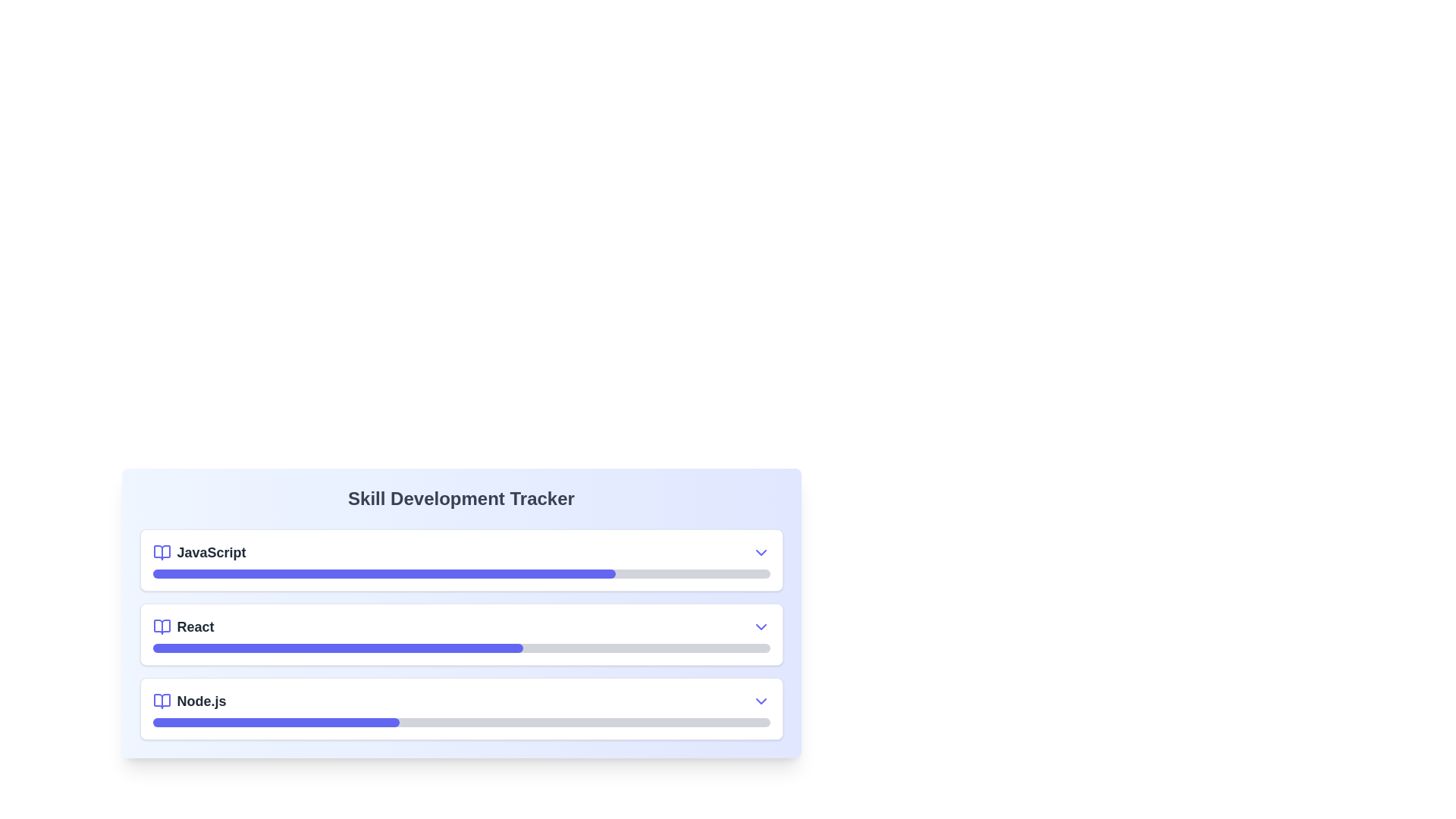 Image resolution: width=1456 pixels, height=819 pixels. What do you see at coordinates (460, 721) in the screenshot?
I see `the progress bar with rounded edges and an indigo section in the 'Node.js' section of the 'Skill Development Tracker', which is the third progress bar in the vertical stack` at bounding box center [460, 721].